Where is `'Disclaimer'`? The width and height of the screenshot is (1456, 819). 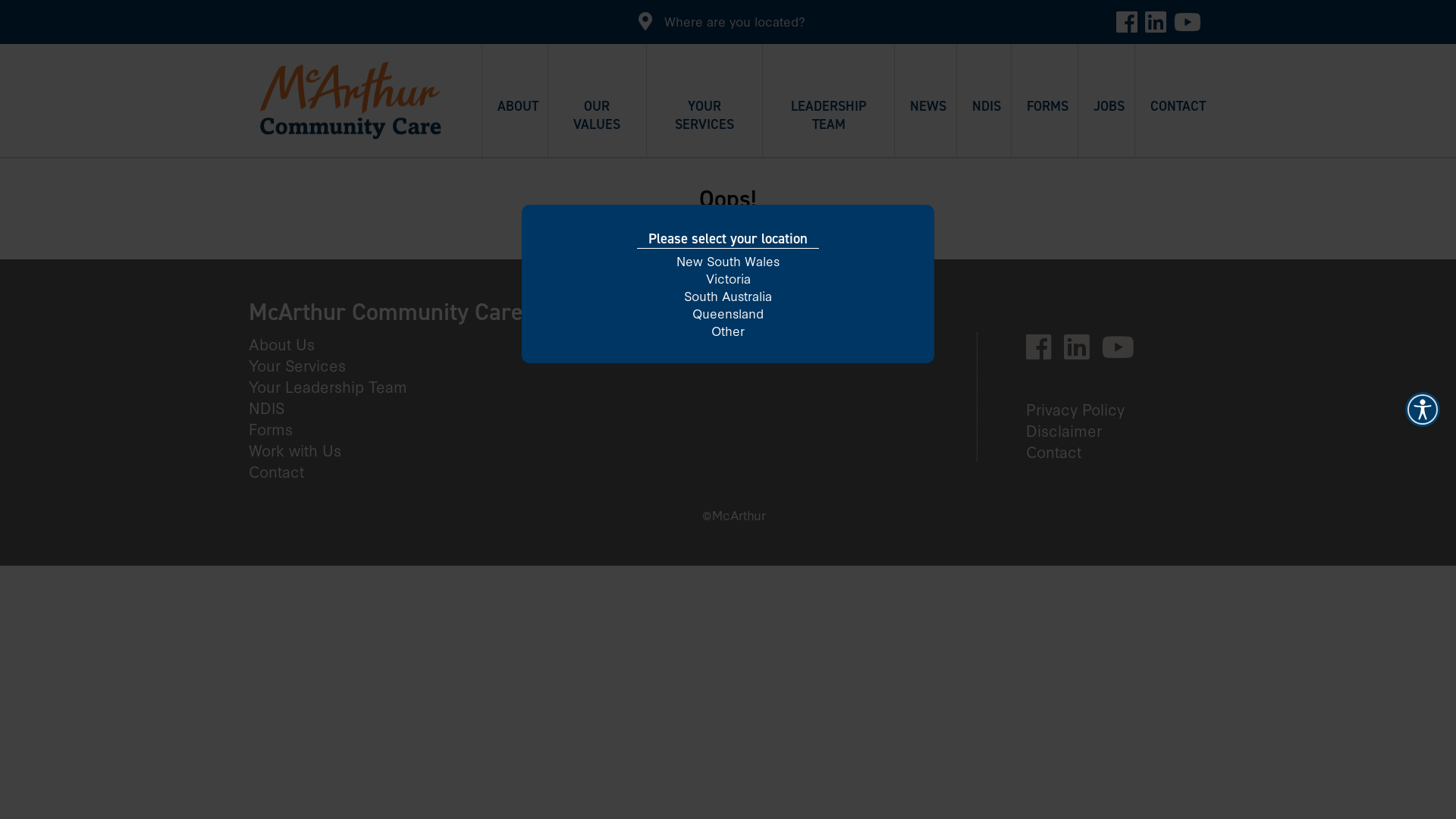
'Disclaimer' is located at coordinates (1069, 430).